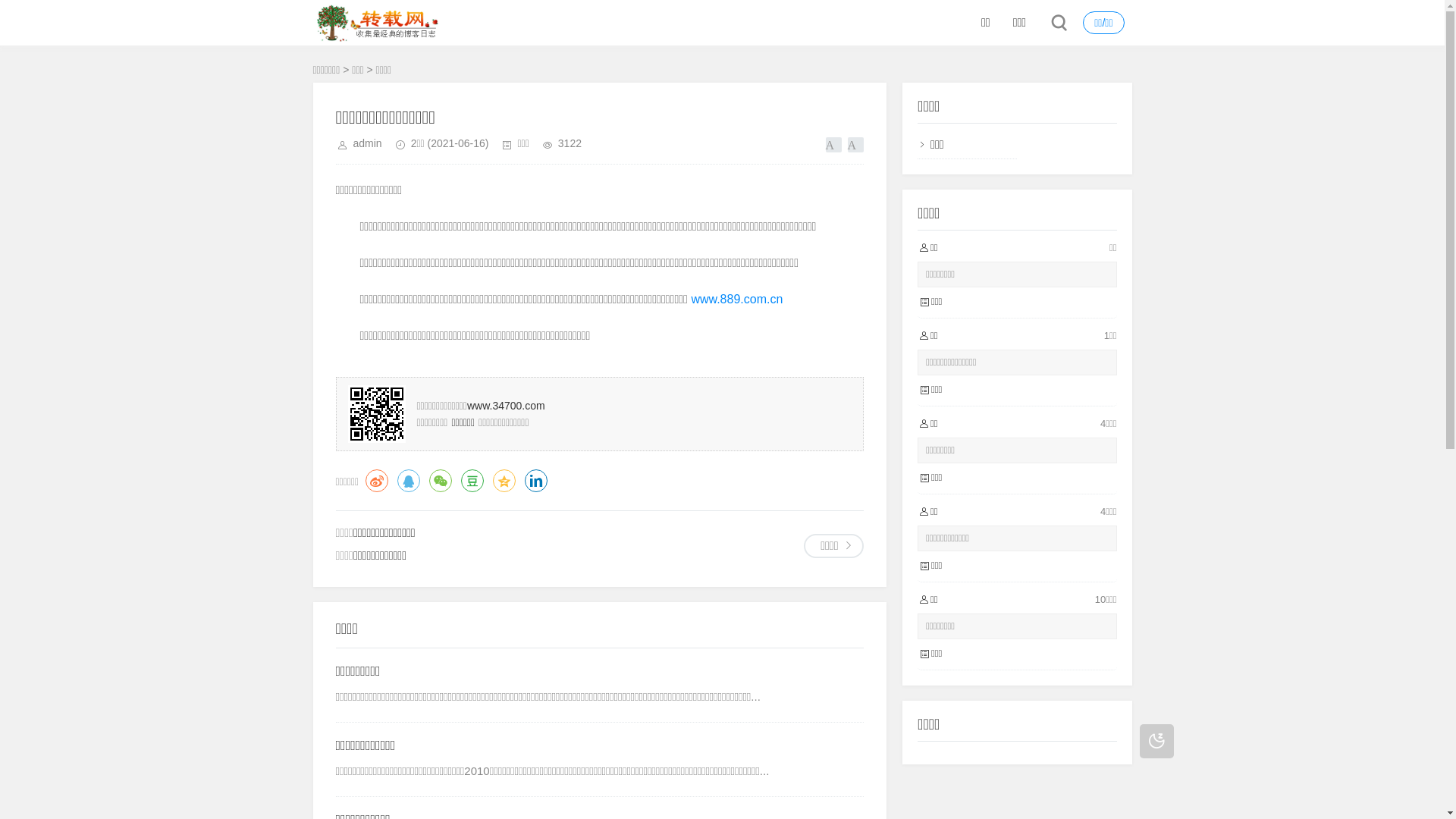 The width and height of the screenshot is (1456, 819). What do you see at coordinates (367, 143) in the screenshot?
I see `'admin'` at bounding box center [367, 143].